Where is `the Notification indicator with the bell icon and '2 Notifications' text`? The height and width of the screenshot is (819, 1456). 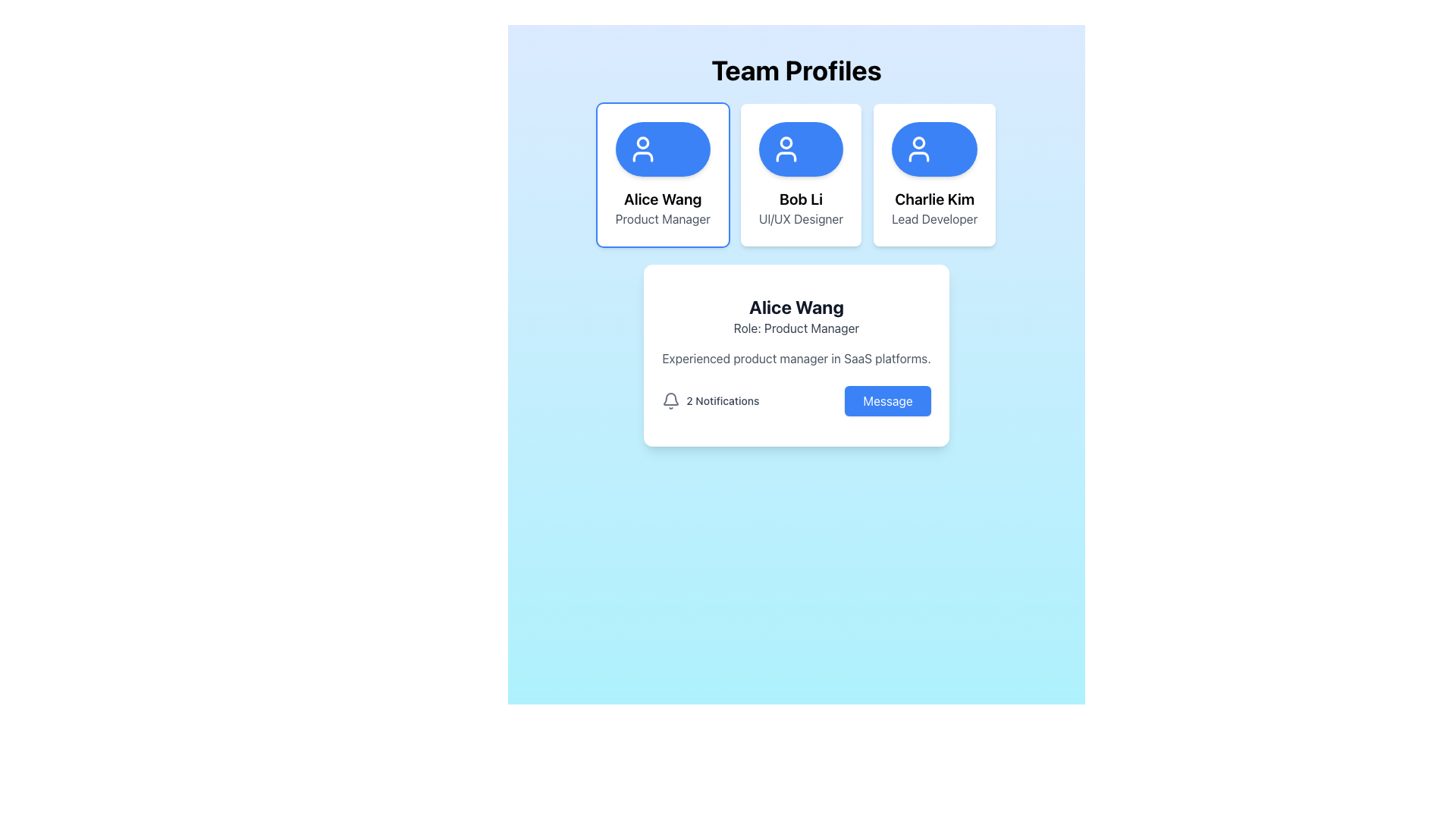 the Notification indicator with the bell icon and '2 Notifications' text is located at coordinates (710, 400).